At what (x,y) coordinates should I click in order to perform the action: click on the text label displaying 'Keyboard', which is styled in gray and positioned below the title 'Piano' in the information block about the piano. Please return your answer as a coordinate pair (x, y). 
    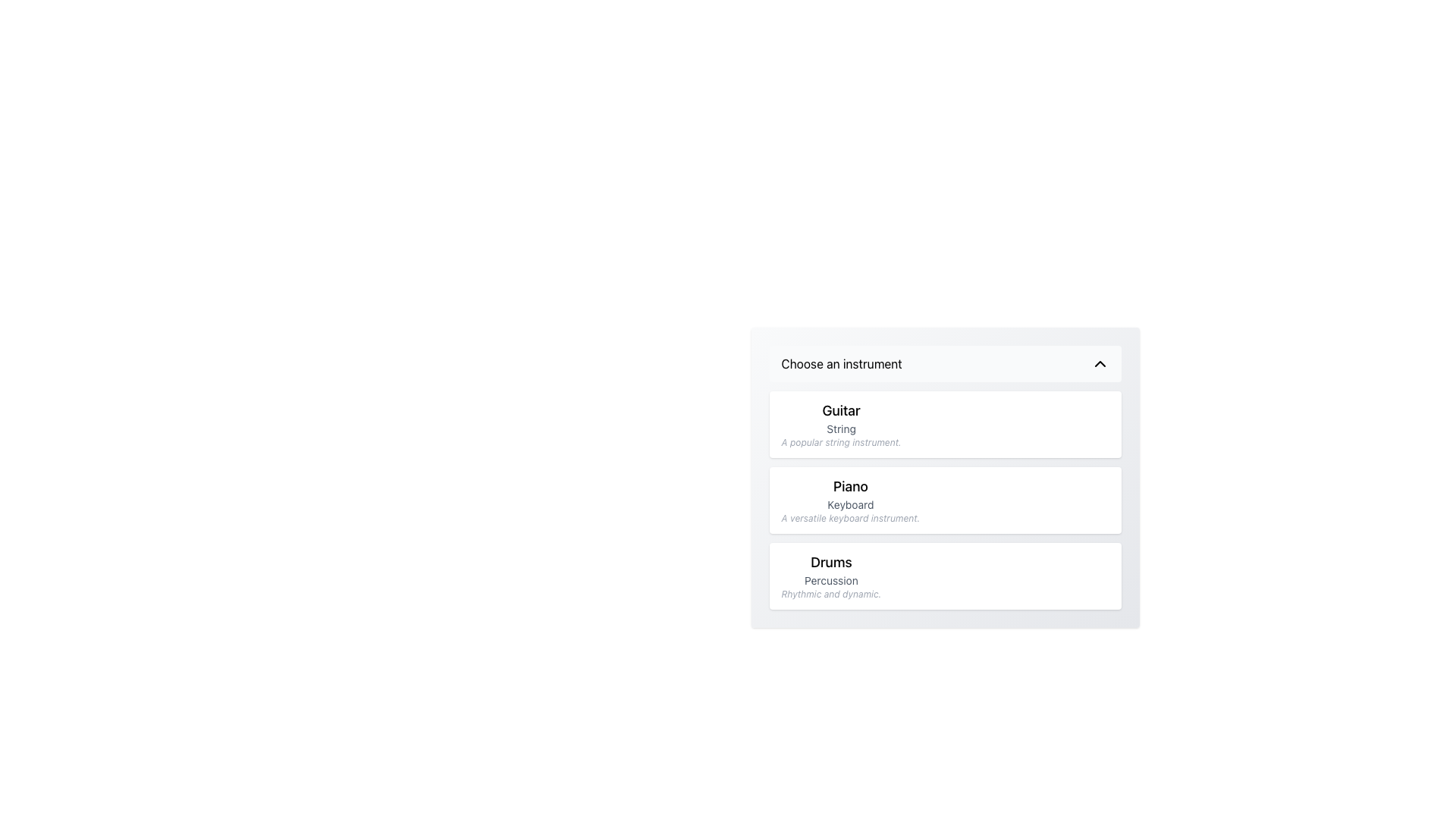
    Looking at the image, I should click on (850, 505).